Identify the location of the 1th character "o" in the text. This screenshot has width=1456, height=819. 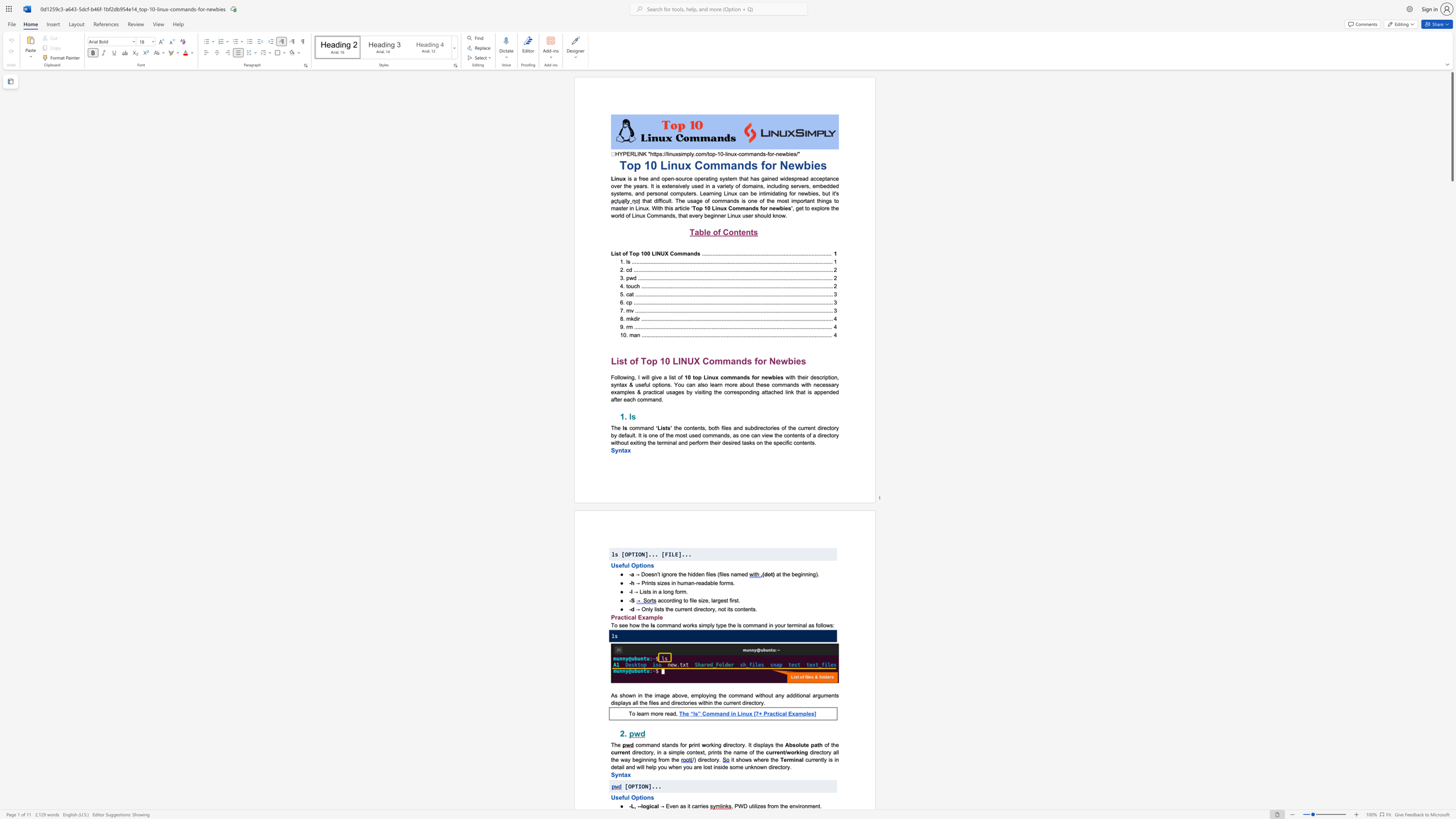
(639, 744).